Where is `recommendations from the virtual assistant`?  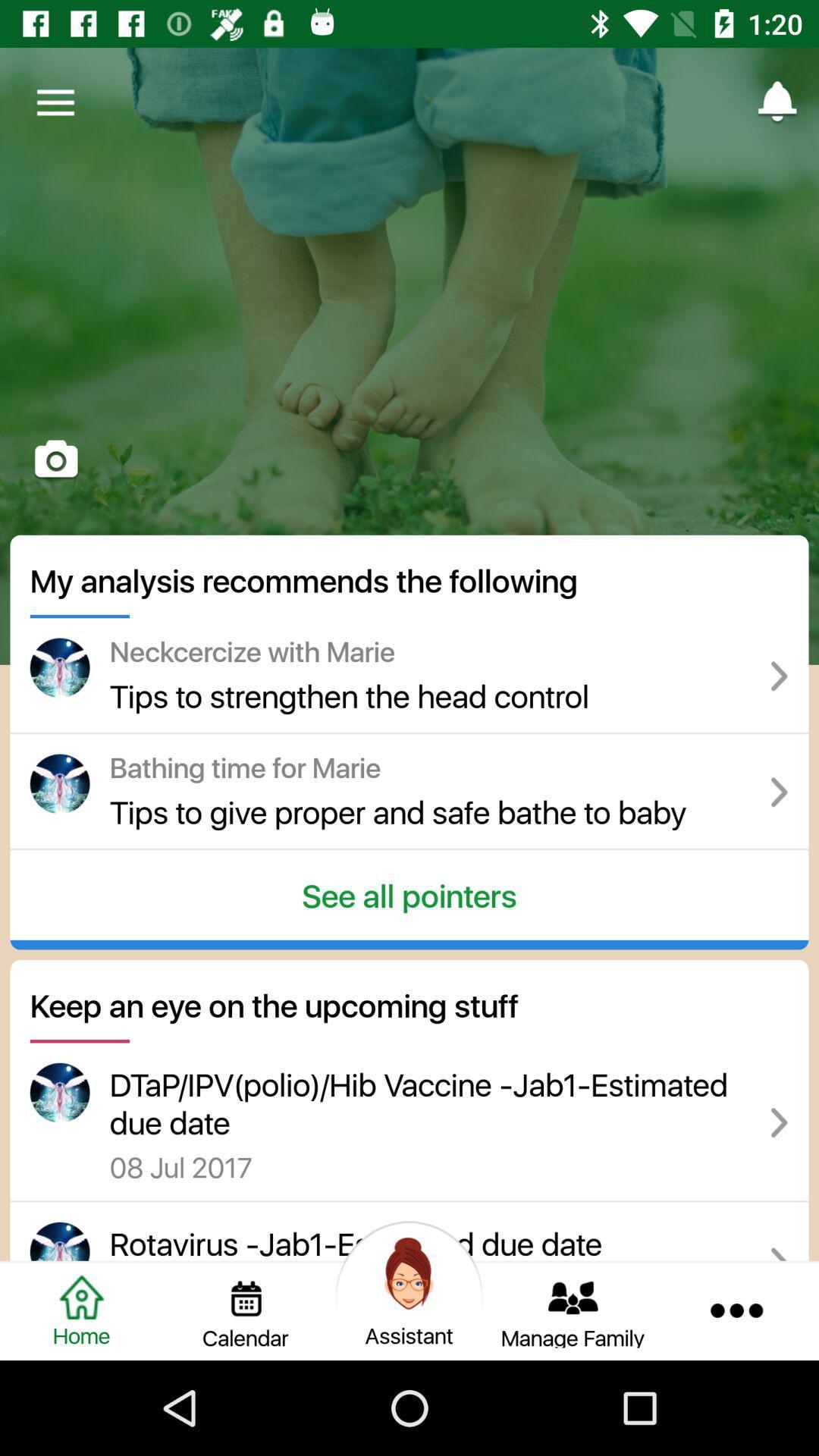
recommendations from the virtual assistant is located at coordinates (409, 1310).